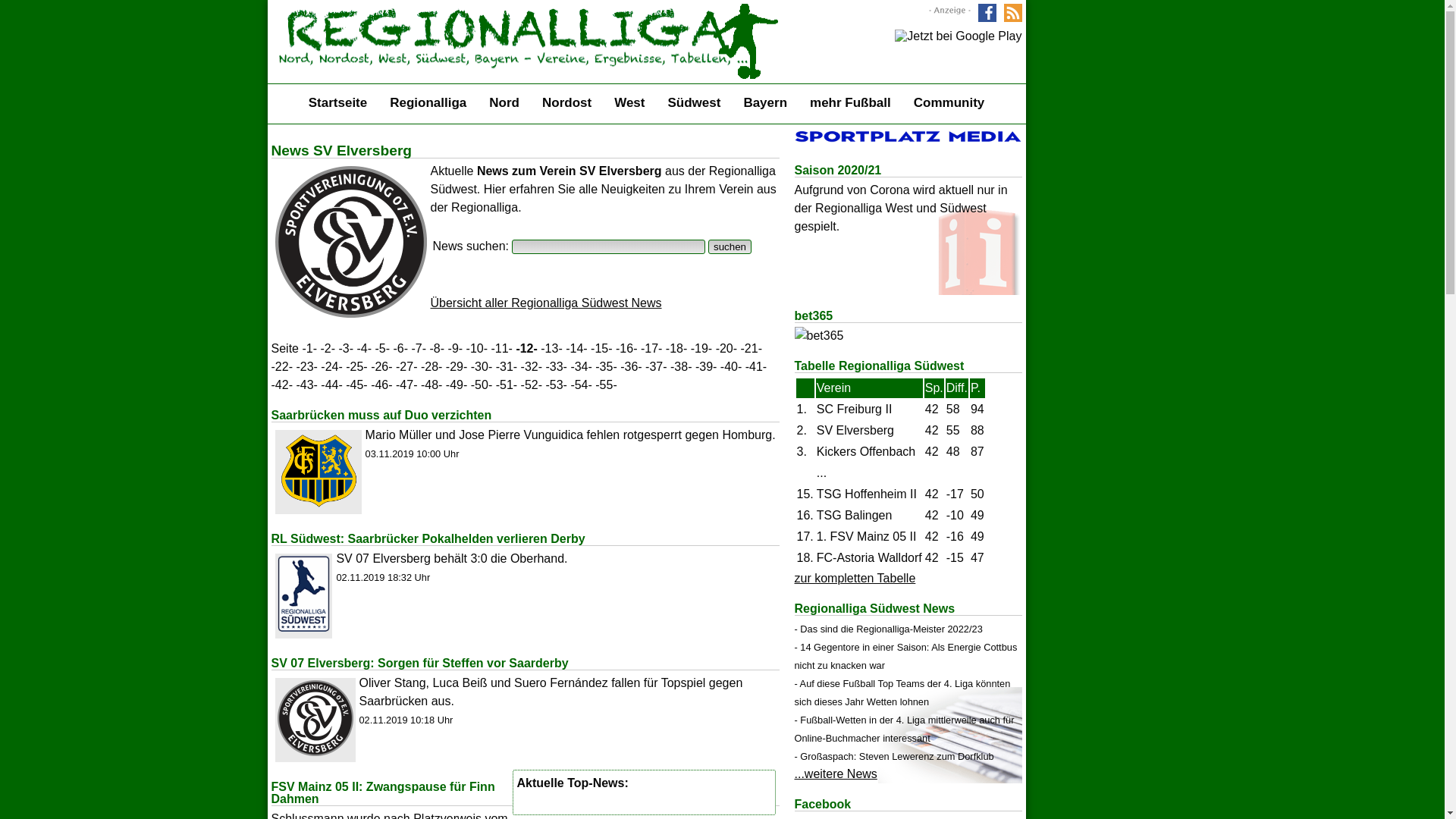 The width and height of the screenshot is (1456, 819). Describe the element at coordinates (666, 348) in the screenshot. I see `'-18-'` at that location.